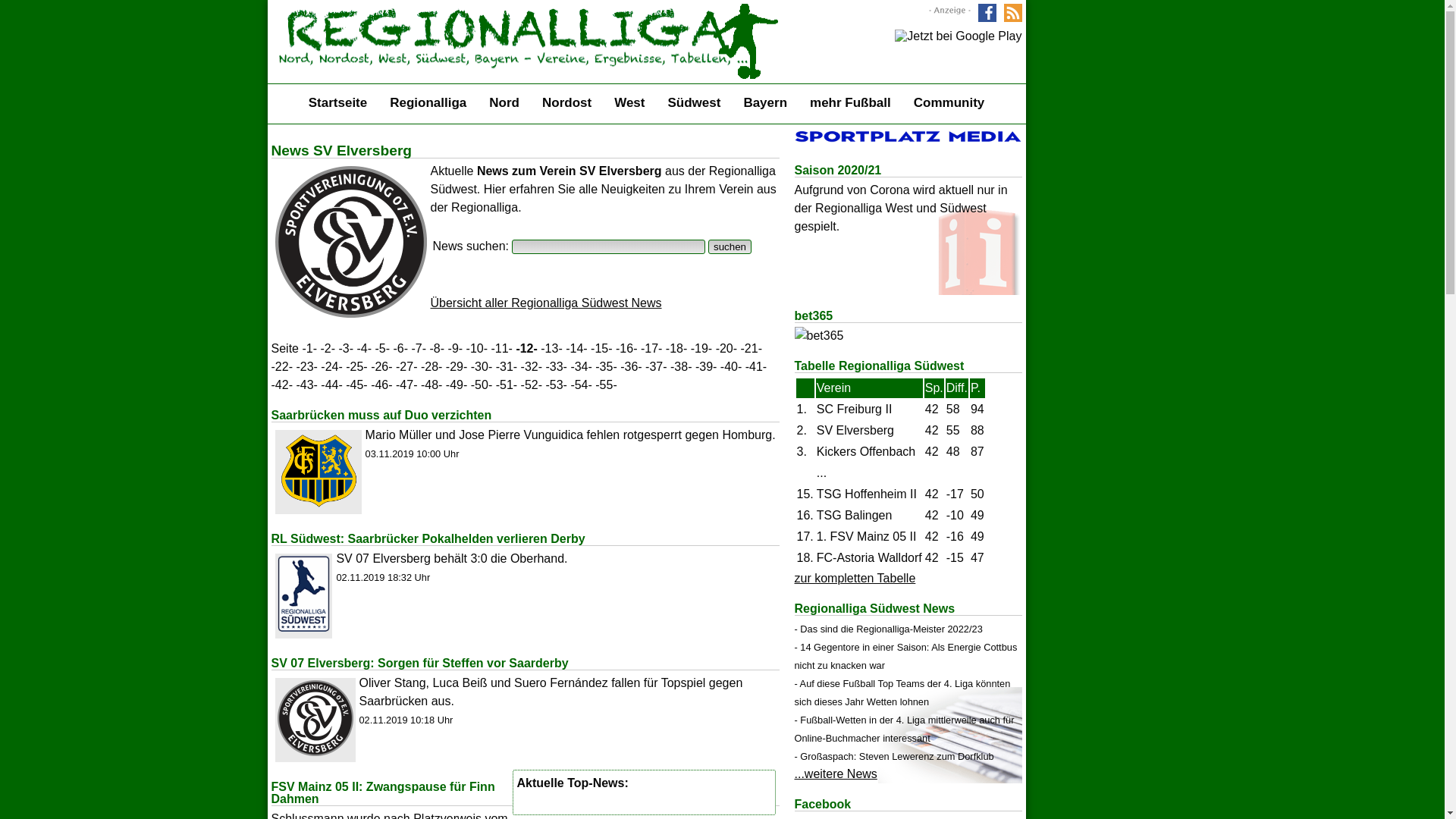 The width and height of the screenshot is (1456, 819). Describe the element at coordinates (666, 348) in the screenshot. I see `'-18-'` at that location.